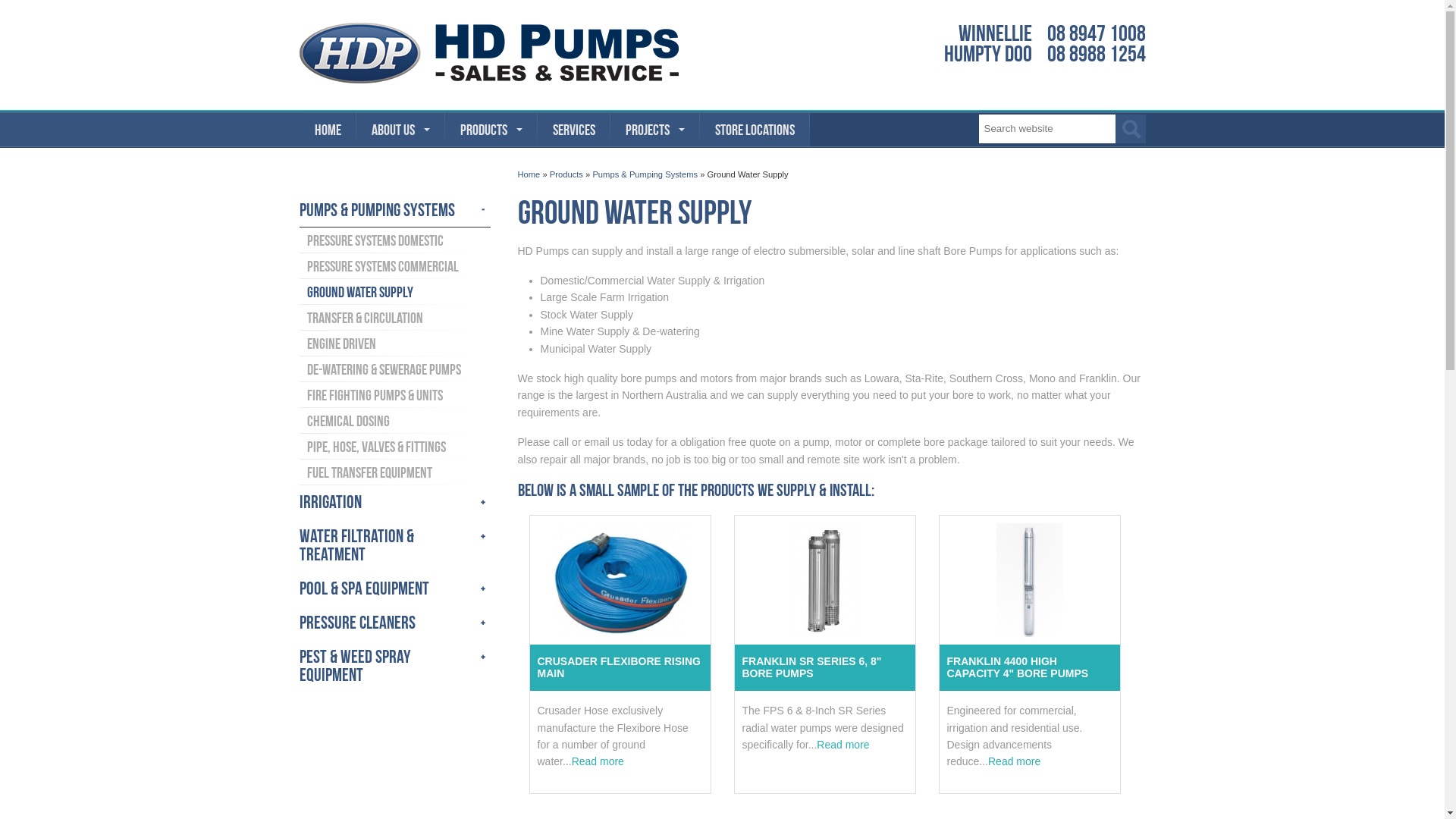 The width and height of the screenshot is (1456, 819). What do you see at coordinates (566, 174) in the screenshot?
I see `'Products'` at bounding box center [566, 174].